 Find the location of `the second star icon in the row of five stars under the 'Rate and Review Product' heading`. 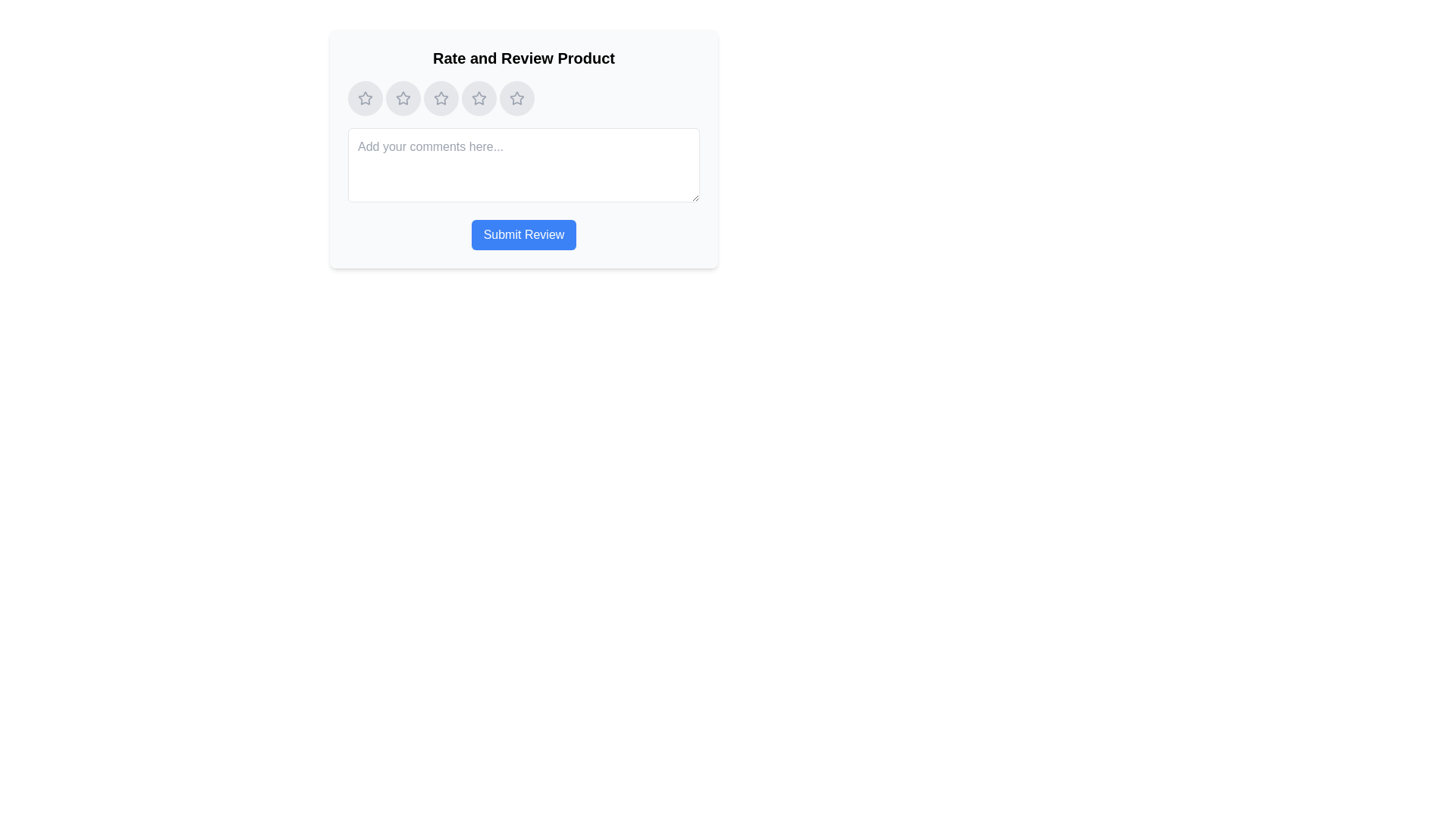

the second star icon in the row of five stars under the 'Rate and Review Product' heading is located at coordinates (440, 99).